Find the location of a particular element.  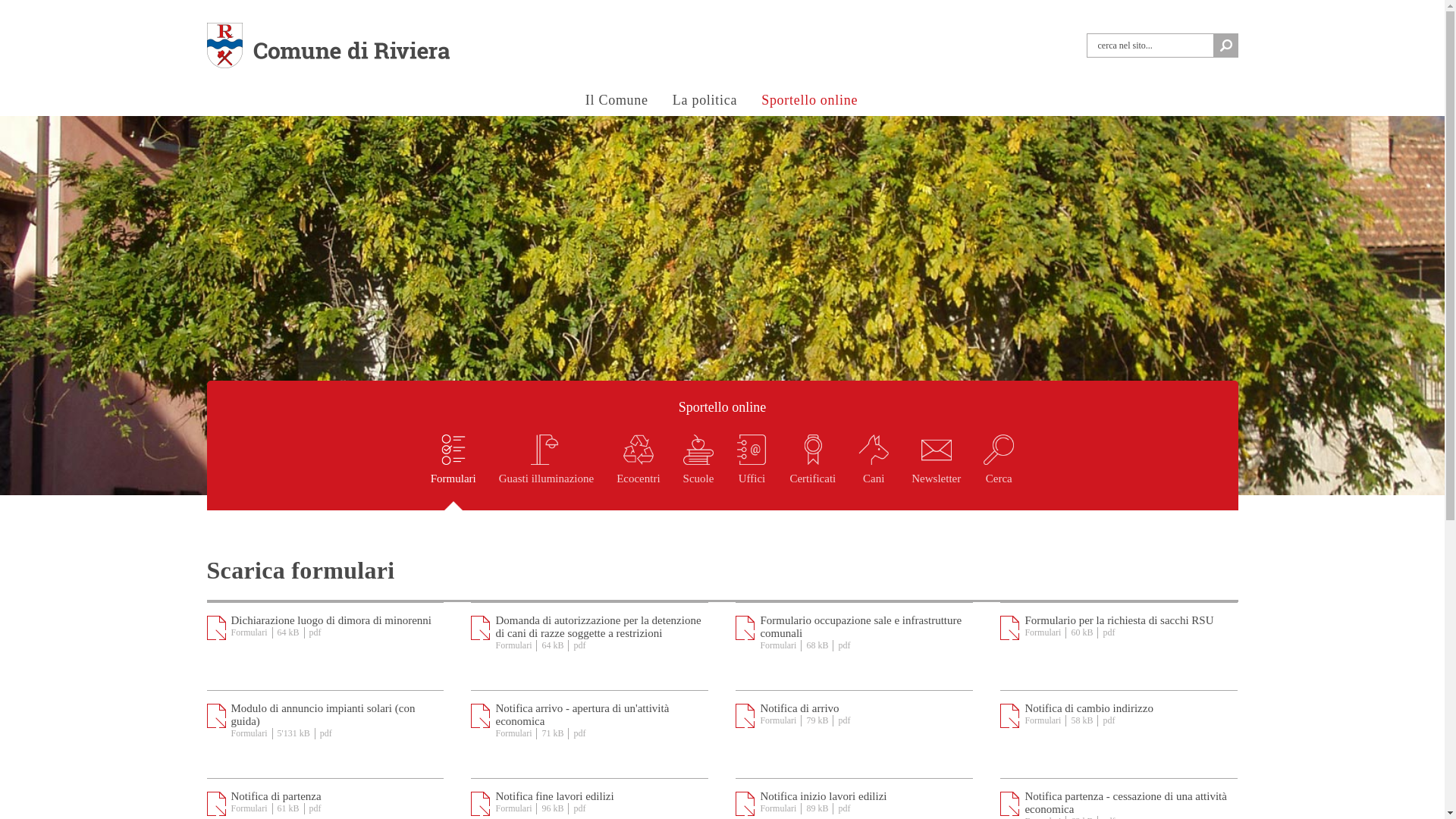

'Formulario per la richiesta di sacchi RSU' is located at coordinates (1119, 620).